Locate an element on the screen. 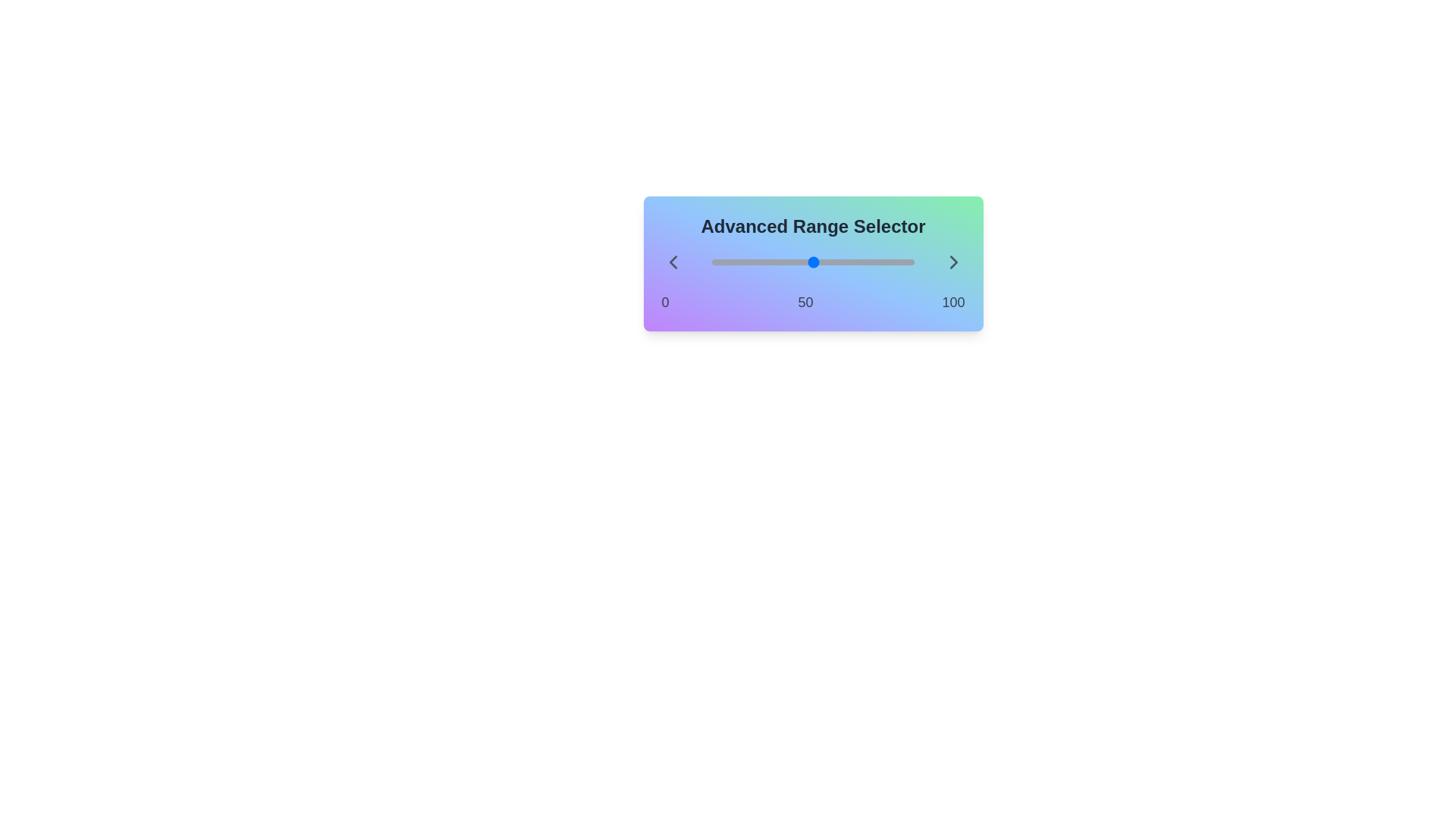  the left arrow button to decrease the value is located at coordinates (672, 262).